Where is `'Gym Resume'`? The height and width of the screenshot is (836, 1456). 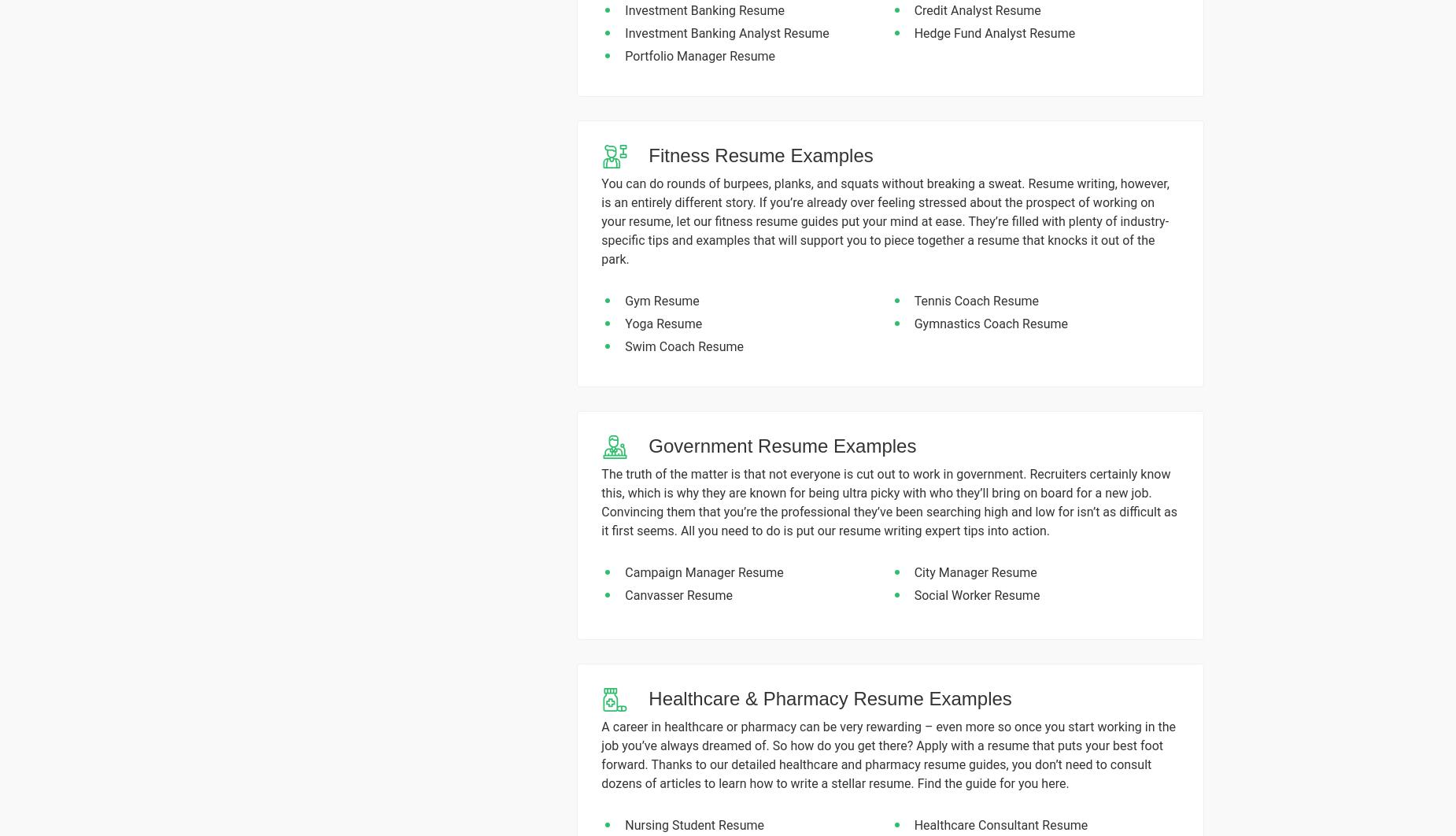
'Gym Resume' is located at coordinates (662, 300).